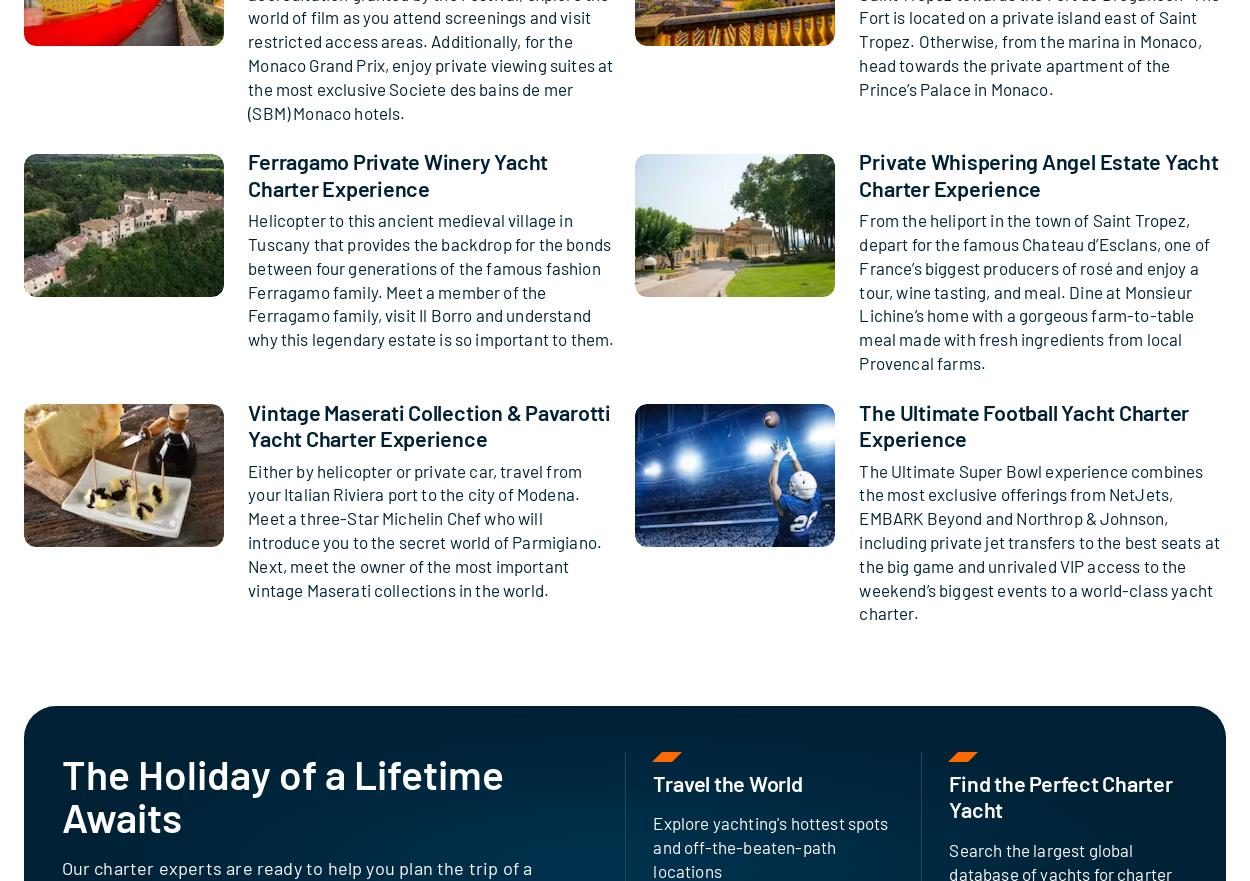 This screenshot has height=881, width=1250. Describe the element at coordinates (726, 783) in the screenshot. I see `'Travel the World'` at that location.